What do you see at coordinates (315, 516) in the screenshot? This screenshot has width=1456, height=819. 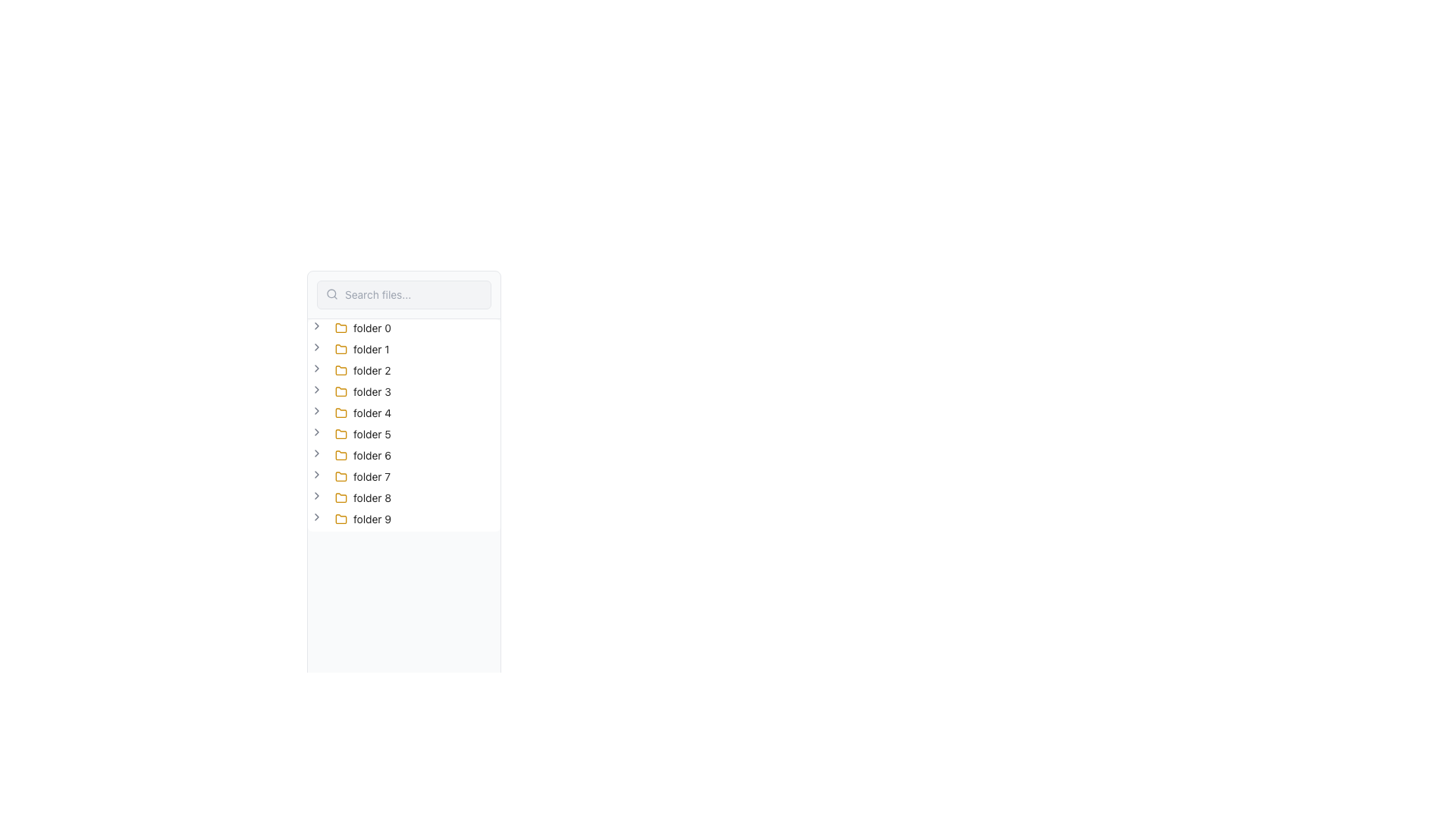 I see `the right-pointing chevron icon next to 'folder 9'` at bounding box center [315, 516].